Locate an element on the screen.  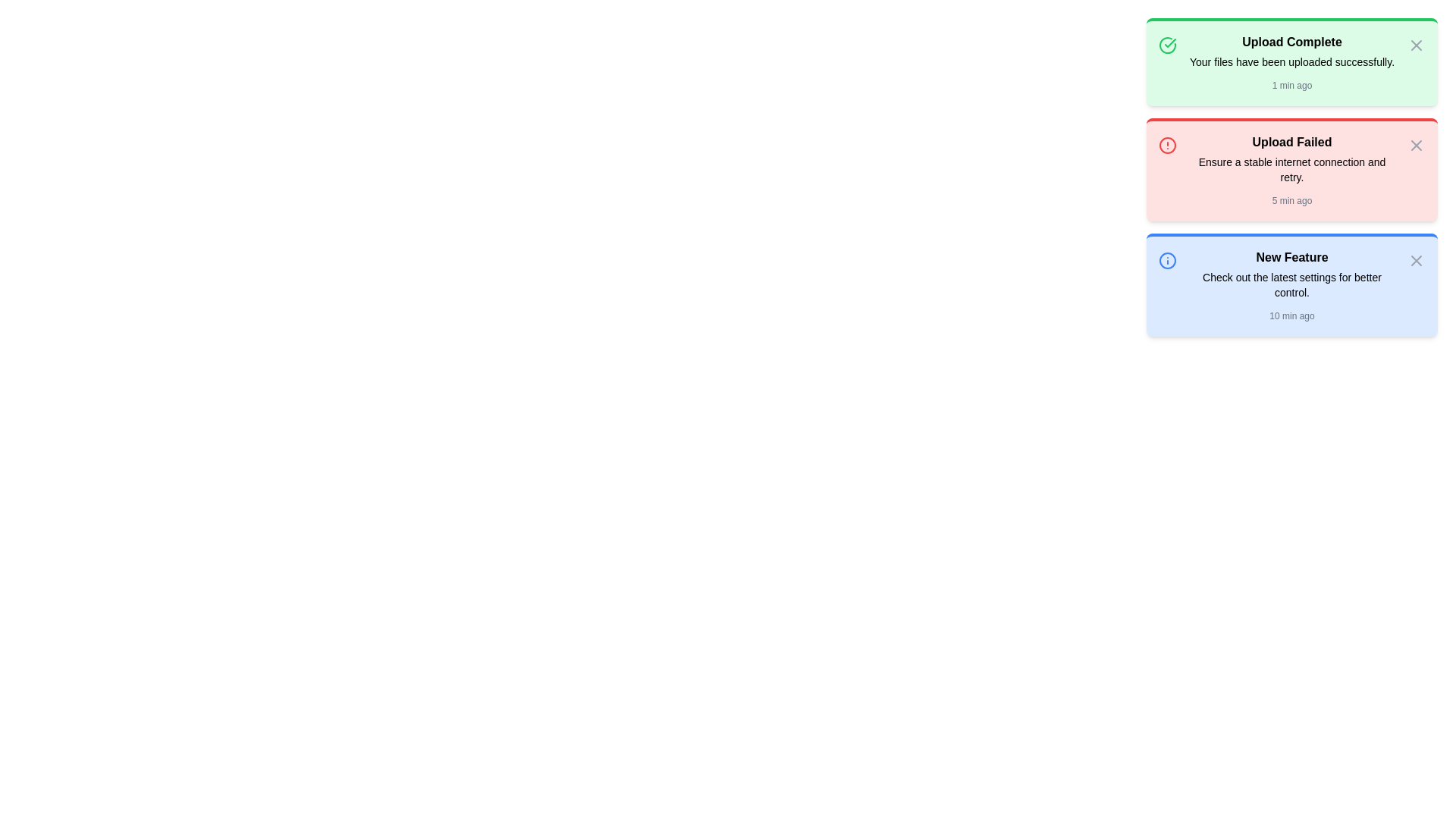
the static text element that informs users about successful file uploads, located in the green notification at the top of the message list is located at coordinates (1291, 61).